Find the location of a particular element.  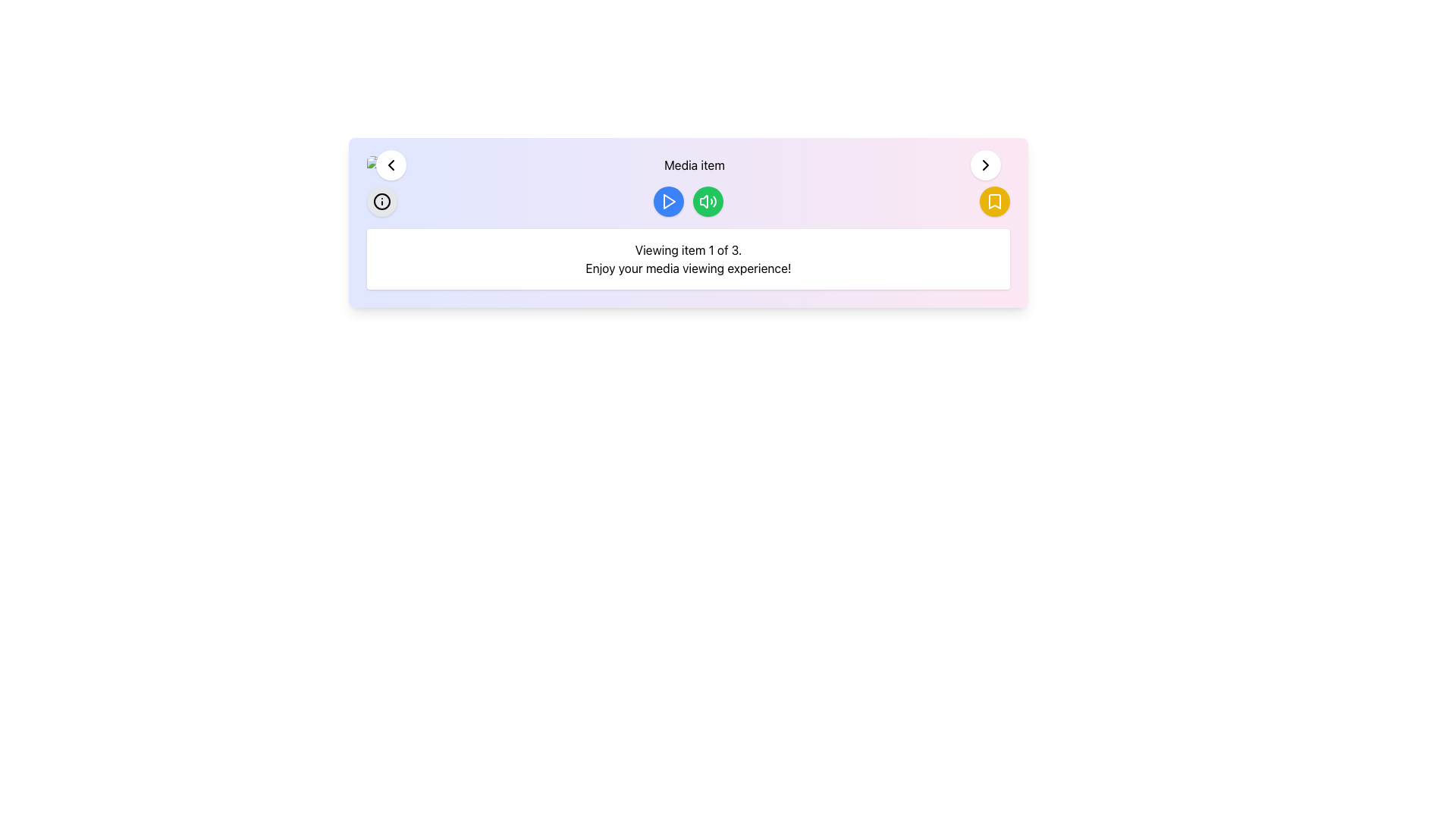

the circular blue play button with a white play icon at its center is located at coordinates (668, 201).